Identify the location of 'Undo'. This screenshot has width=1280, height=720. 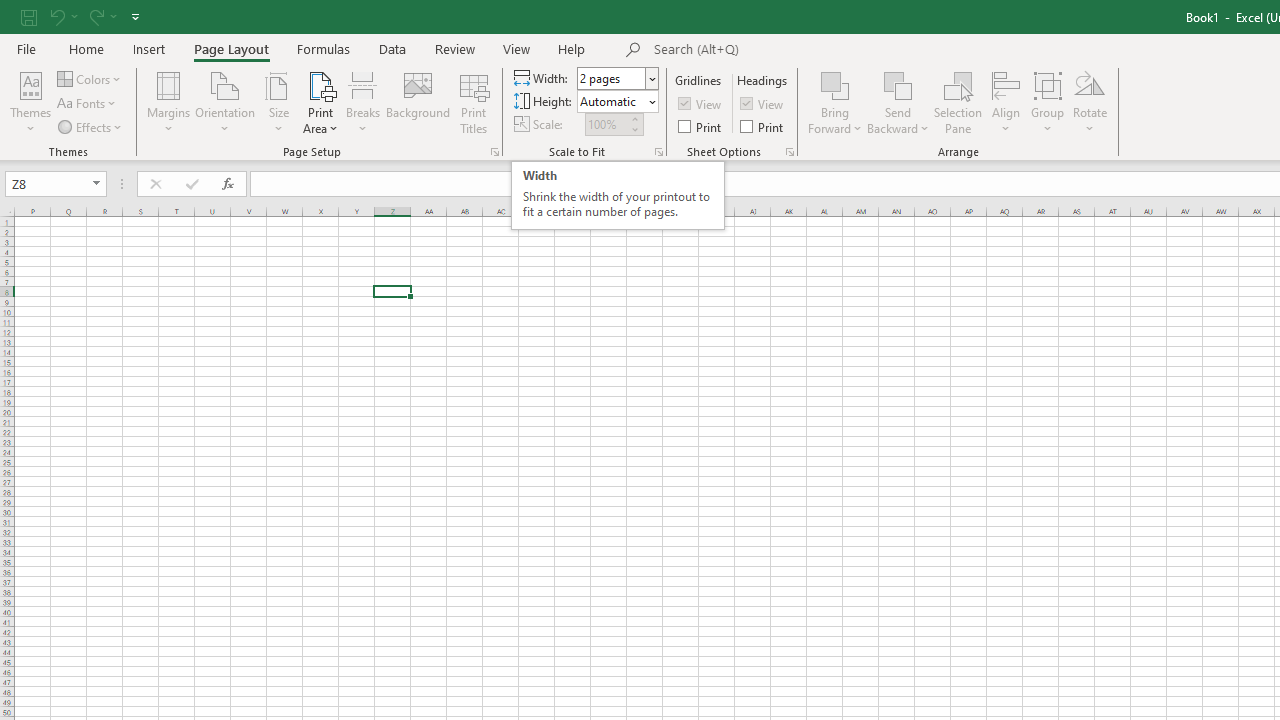
(56, 16).